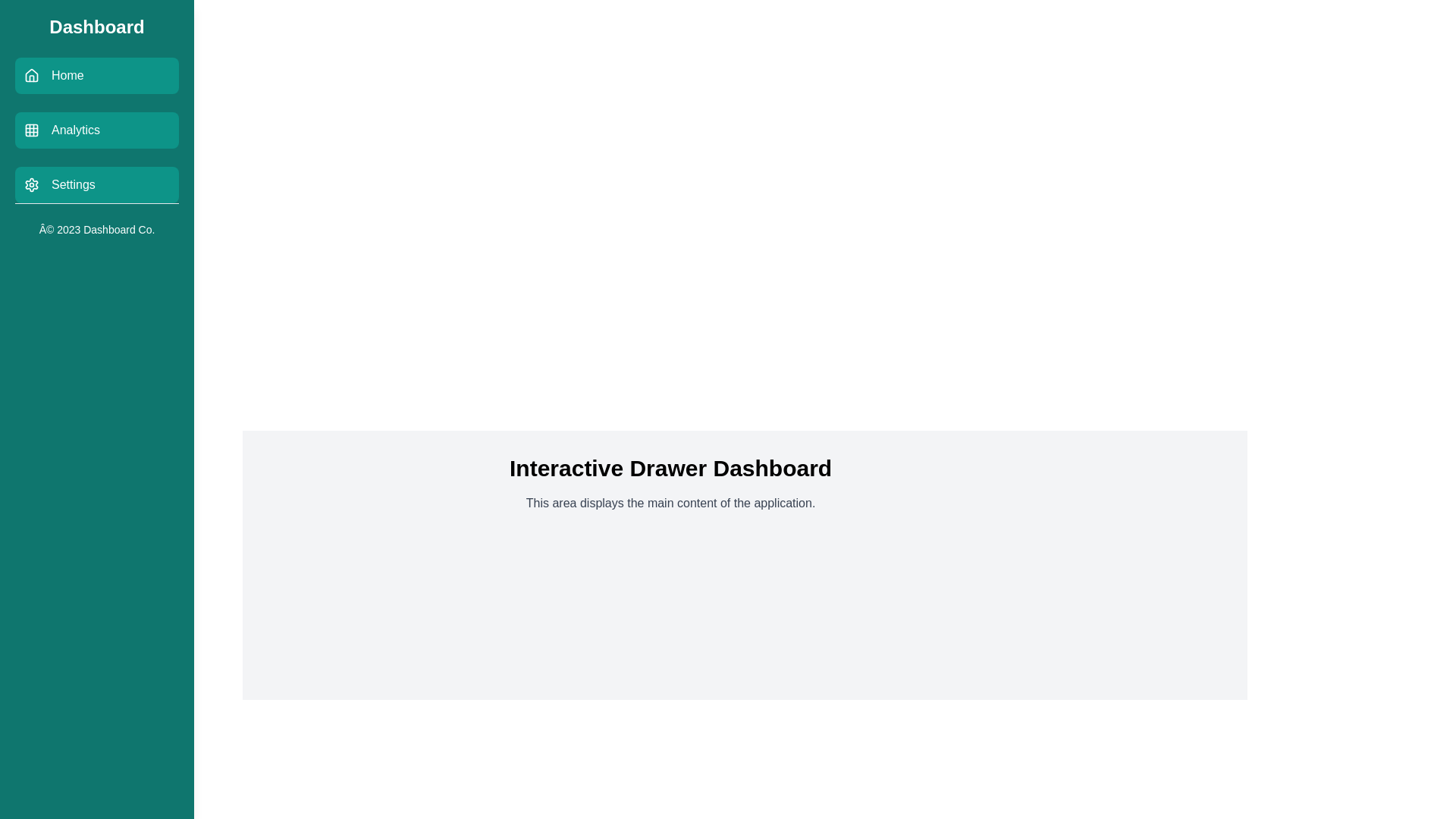 Image resolution: width=1456 pixels, height=819 pixels. I want to click on the Analytics menu item to observe its hover effect, so click(96, 130).